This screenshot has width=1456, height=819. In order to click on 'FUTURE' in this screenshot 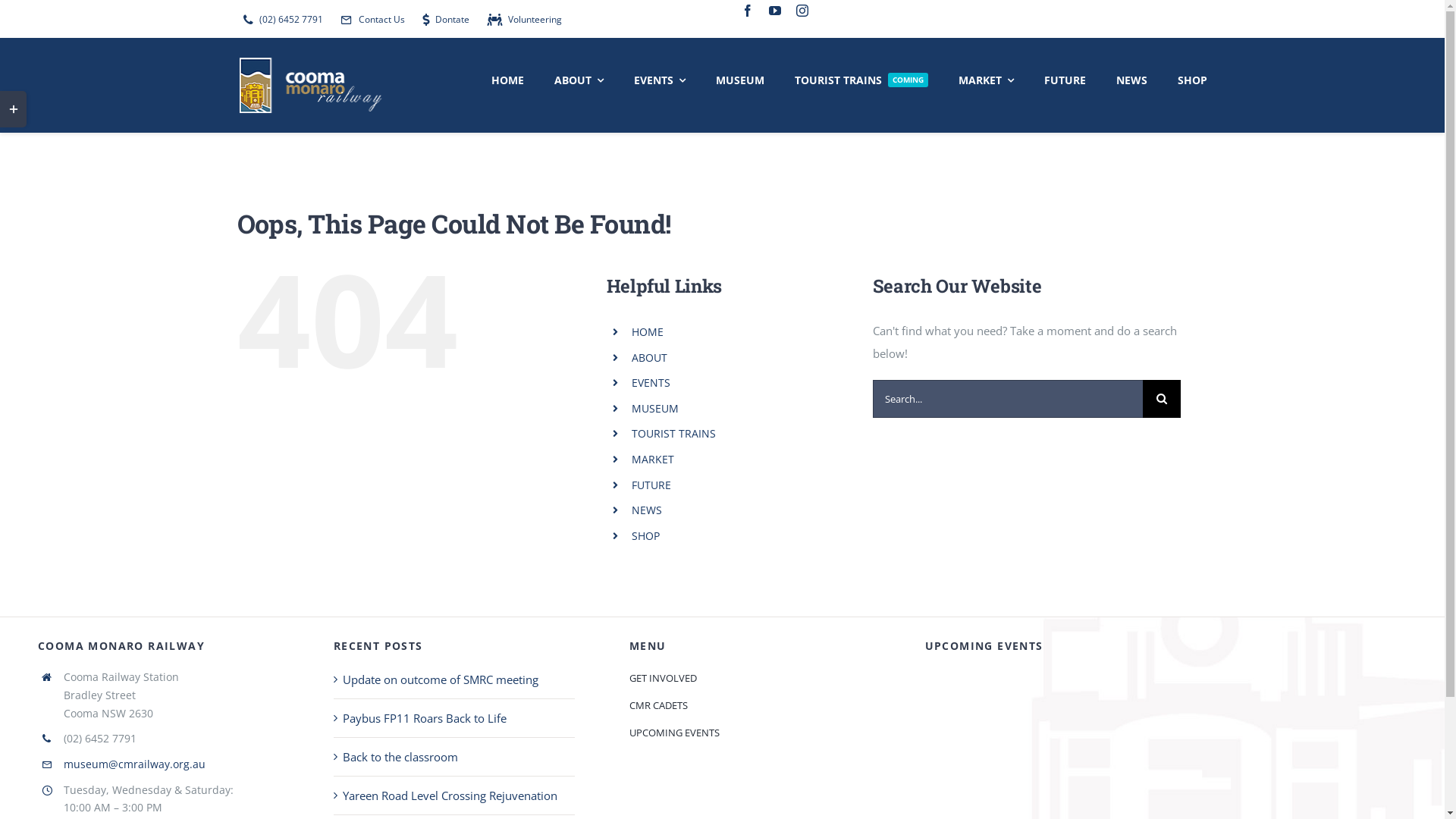, I will do `click(651, 485)`.